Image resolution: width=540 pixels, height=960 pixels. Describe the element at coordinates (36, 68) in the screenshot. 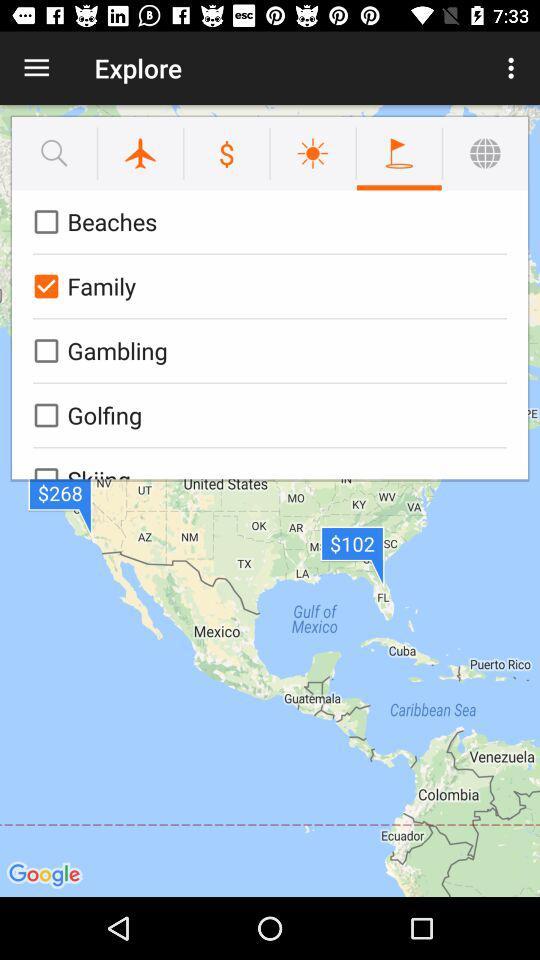

I see `item to the left of the explore` at that location.